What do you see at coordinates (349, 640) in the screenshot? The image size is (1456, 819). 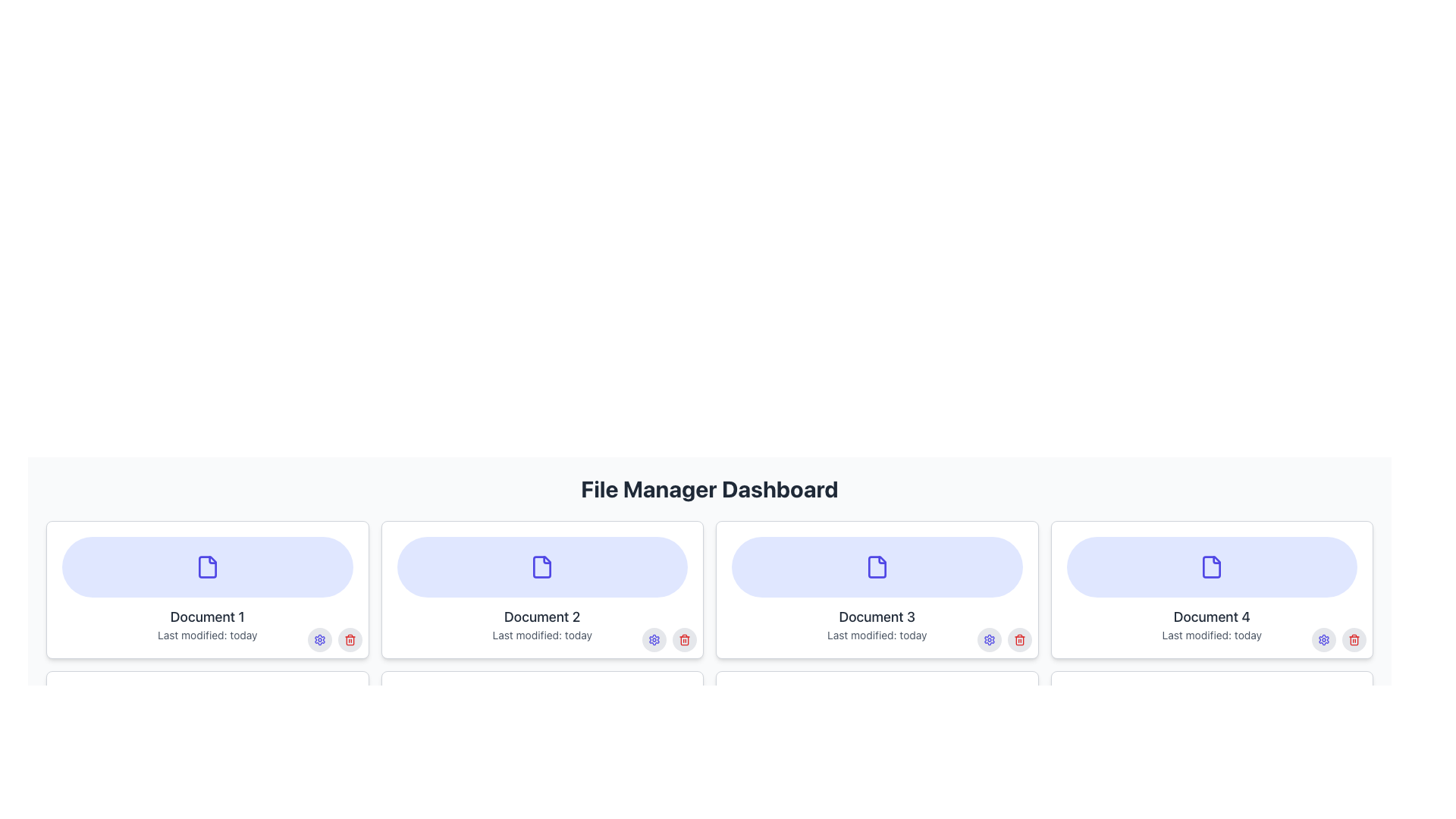 I see `the circular delete button with a light gray background and a red trash can icon located at the bottom-right corner of the 'Document 1' card` at bounding box center [349, 640].